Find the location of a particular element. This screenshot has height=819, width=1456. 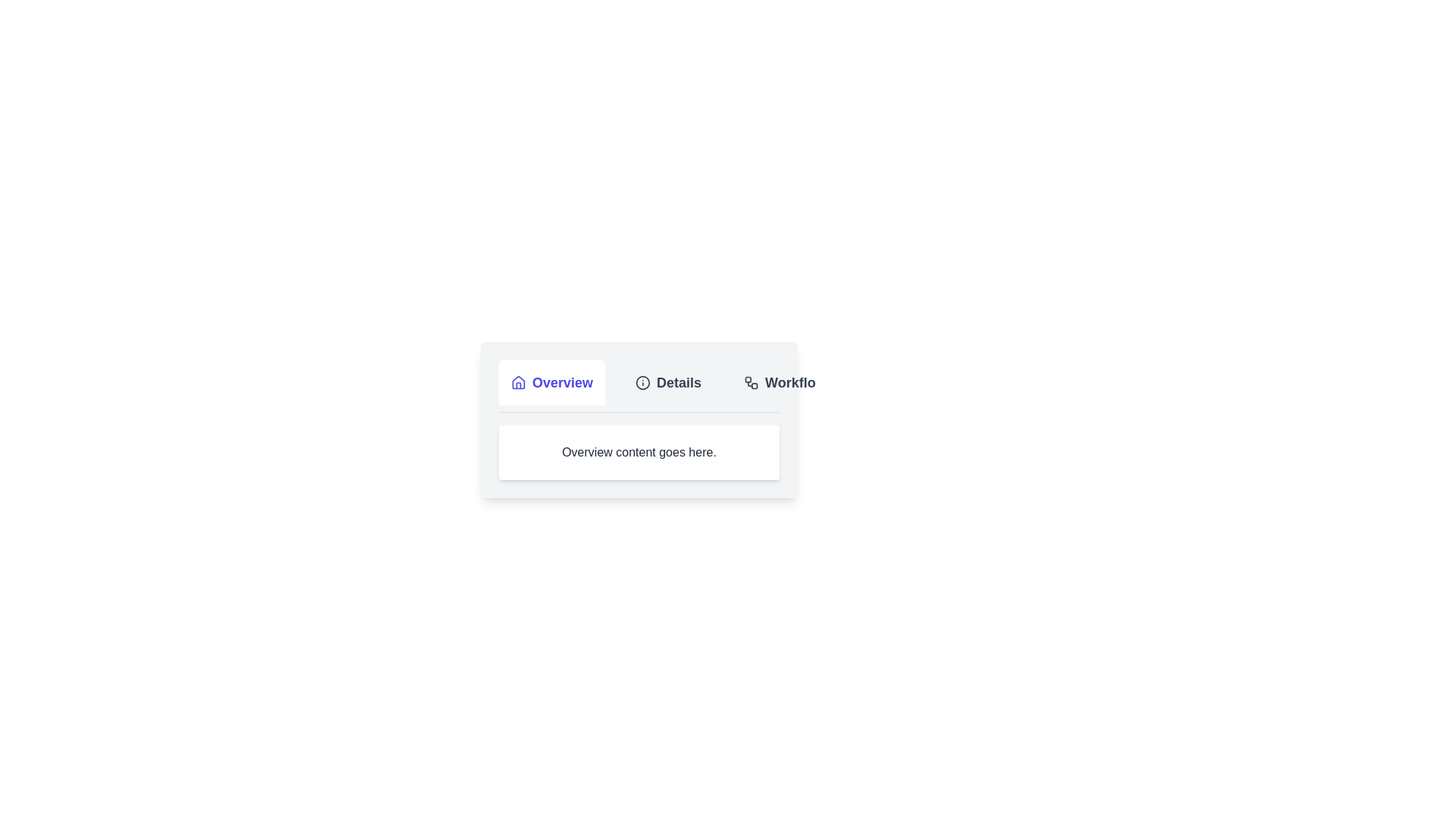

the 'Details' tab, which is the second tab in the horizontal navigation bar is located at coordinates (667, 382).